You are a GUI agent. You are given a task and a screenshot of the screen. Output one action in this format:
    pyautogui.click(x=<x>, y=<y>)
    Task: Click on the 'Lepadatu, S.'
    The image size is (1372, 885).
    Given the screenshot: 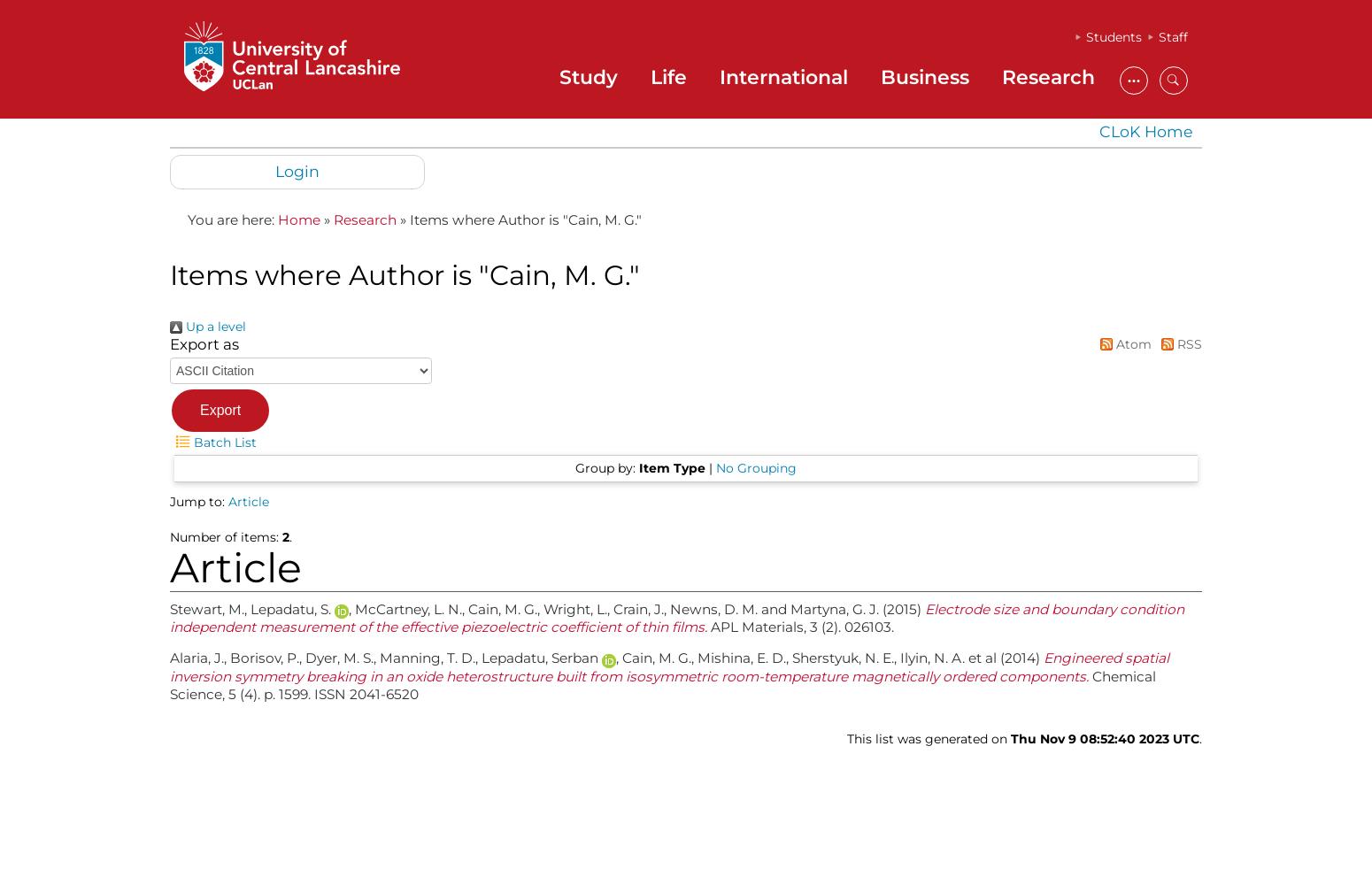 What is the action you would take?
    pyautogui.click(x=291, y=608)
    